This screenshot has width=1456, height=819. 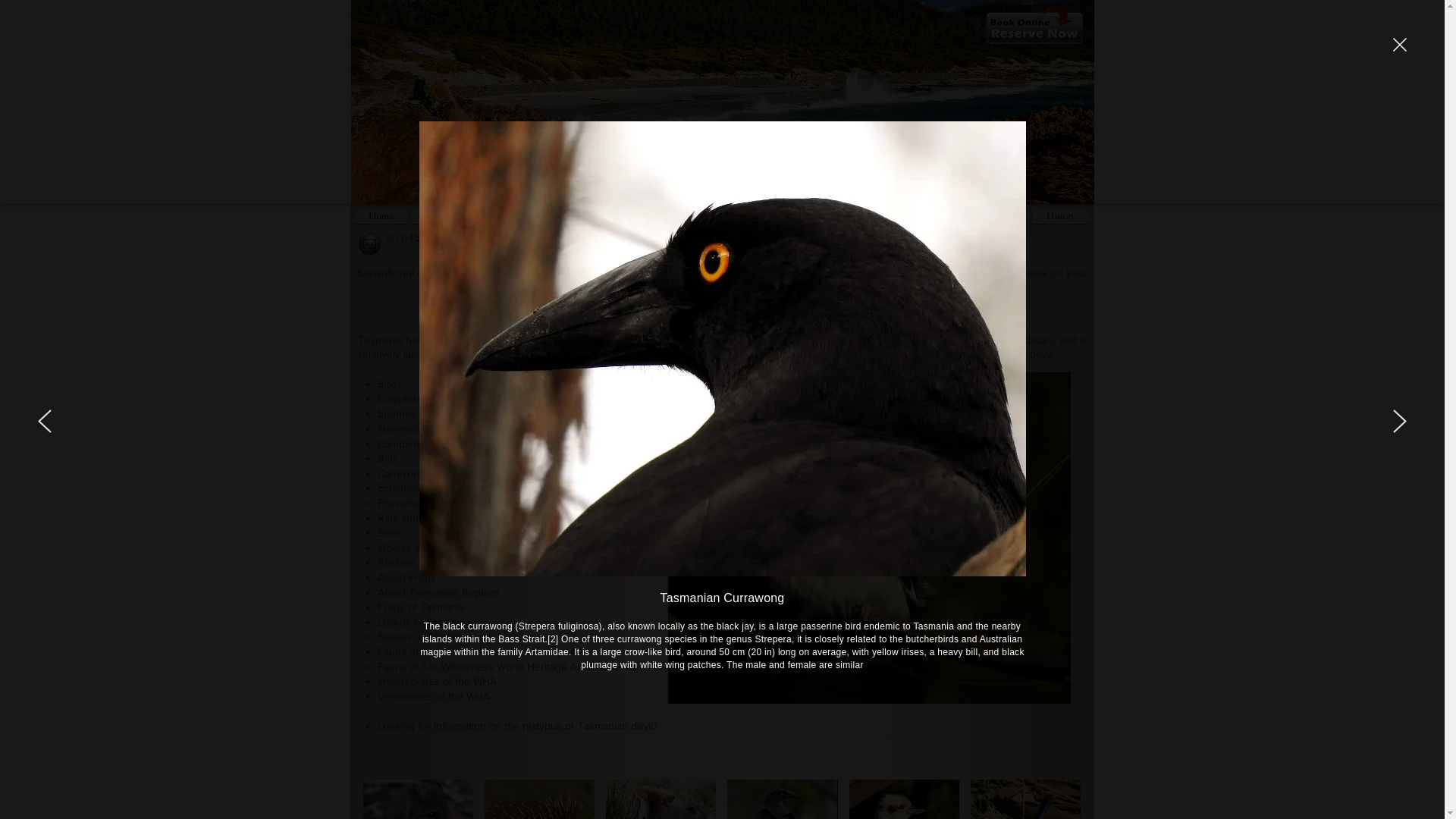 I want to click on 'Home', so click(x=380, y=215).